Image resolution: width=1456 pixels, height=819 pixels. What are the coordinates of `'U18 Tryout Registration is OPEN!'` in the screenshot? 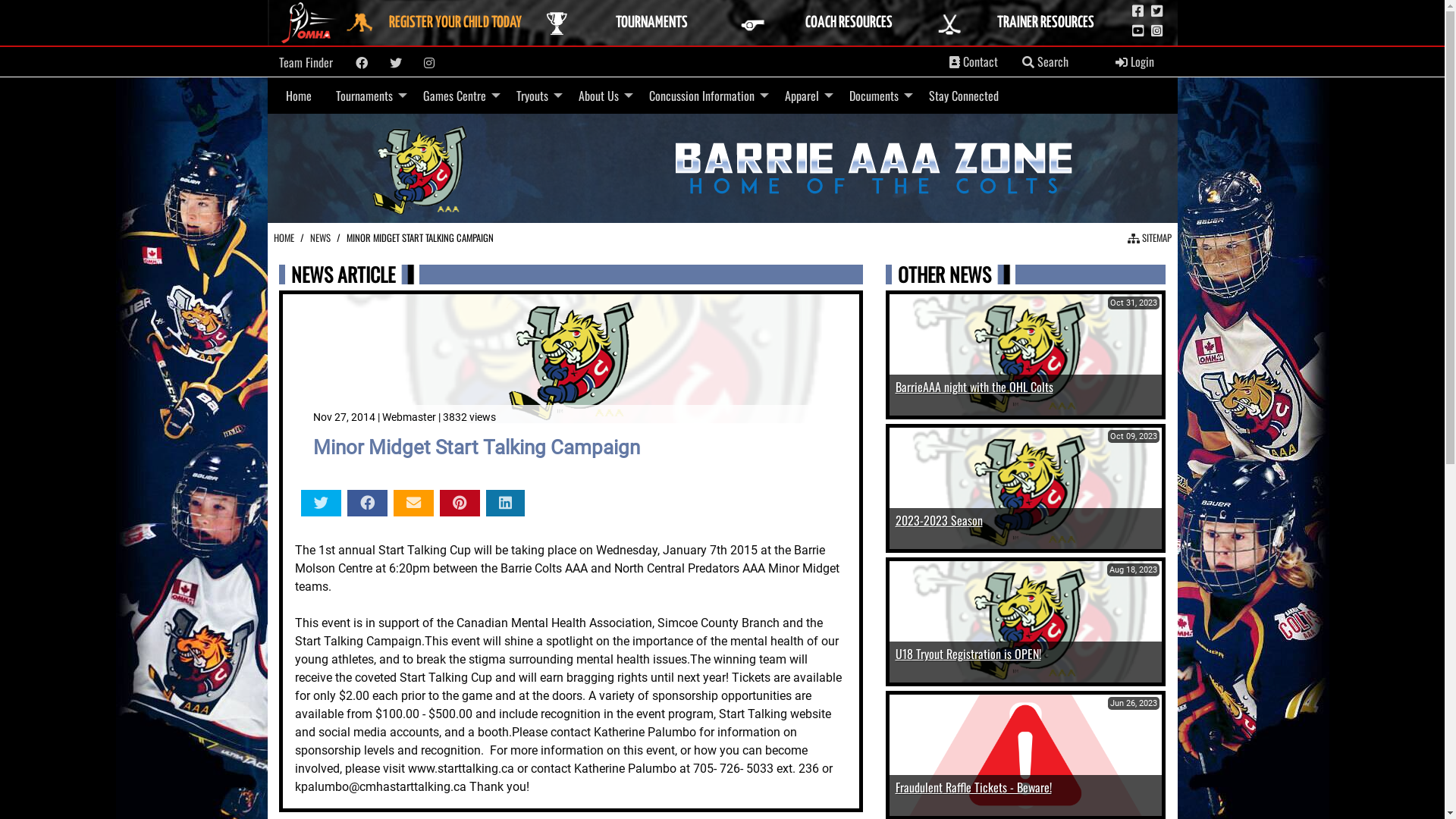 It's located at (967, 652).